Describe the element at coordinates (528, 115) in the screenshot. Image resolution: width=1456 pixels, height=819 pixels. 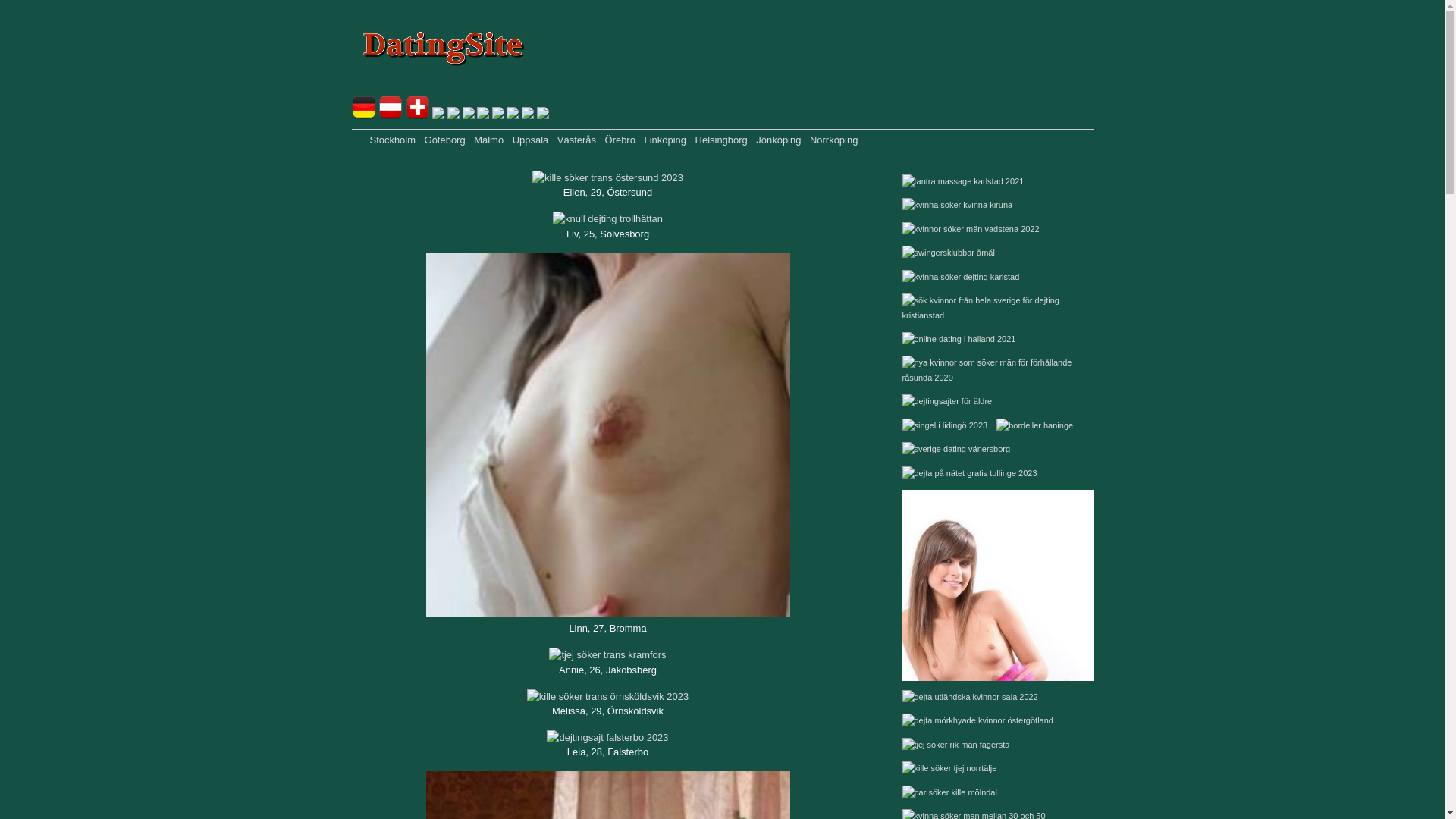
I see `'IT'` at that location.